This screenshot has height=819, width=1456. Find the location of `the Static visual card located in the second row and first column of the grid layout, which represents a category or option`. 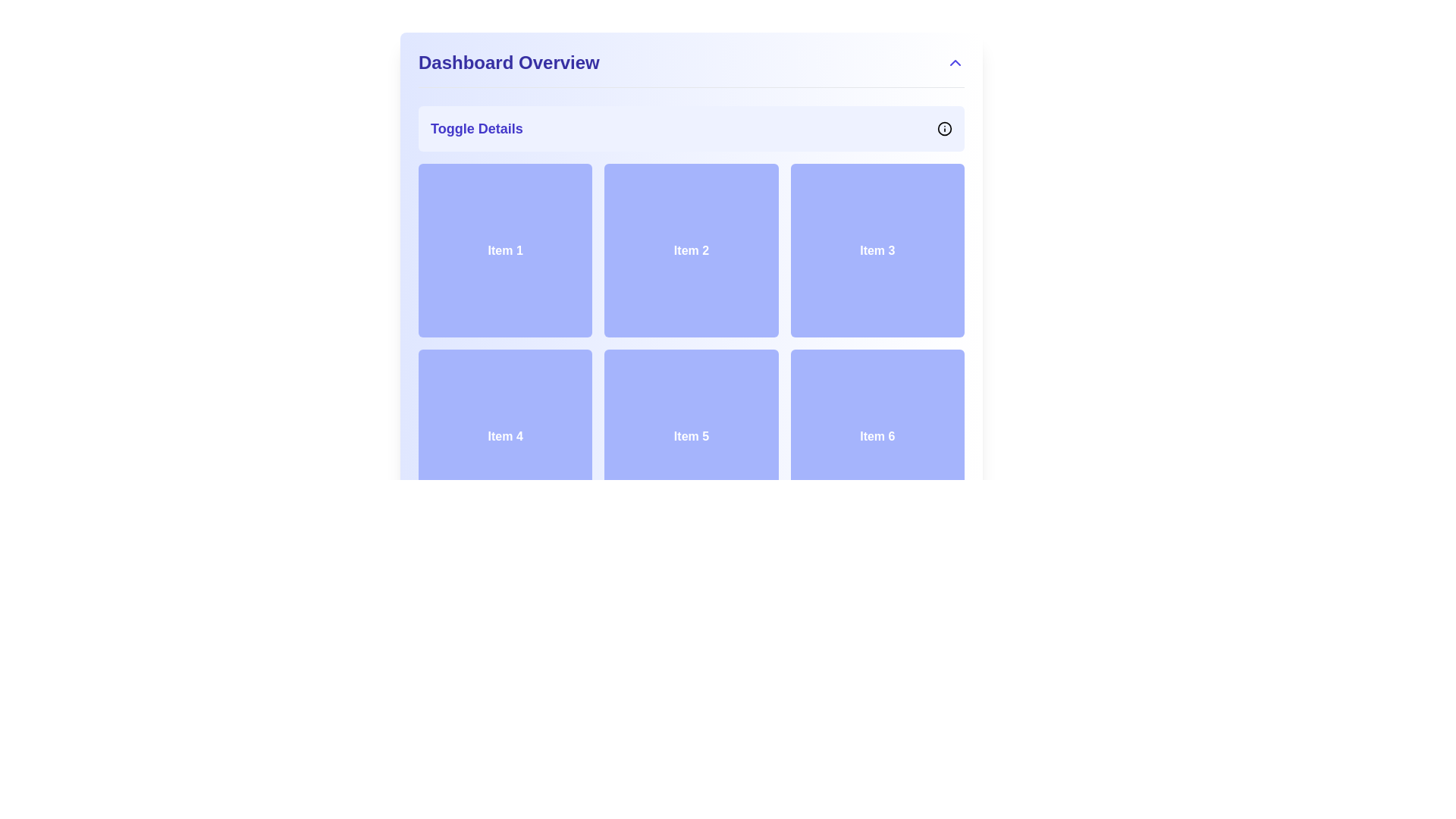

the Static visual card located in the second row and first column of the grid layout, which represents a category or option is located at coordinates (505, 436).